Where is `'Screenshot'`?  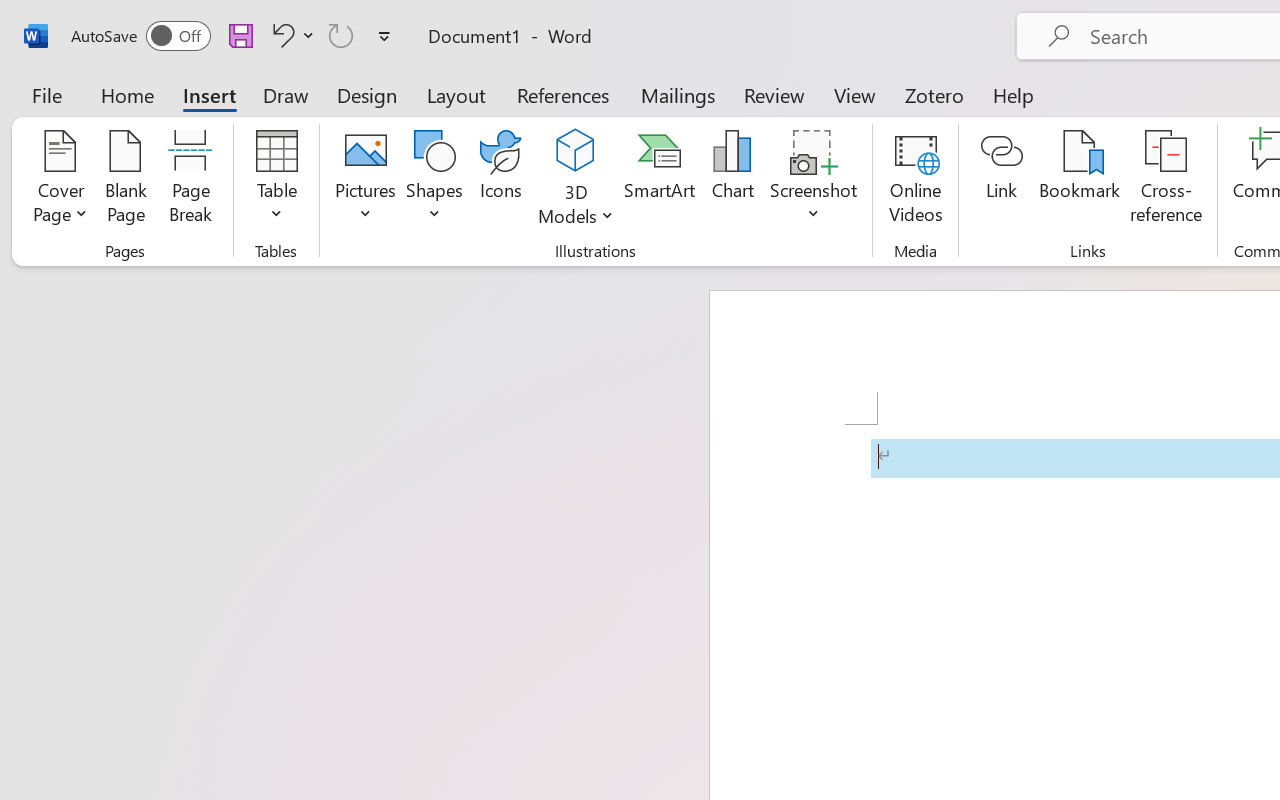
'Screenshot' is located at coordinates (814, 179).